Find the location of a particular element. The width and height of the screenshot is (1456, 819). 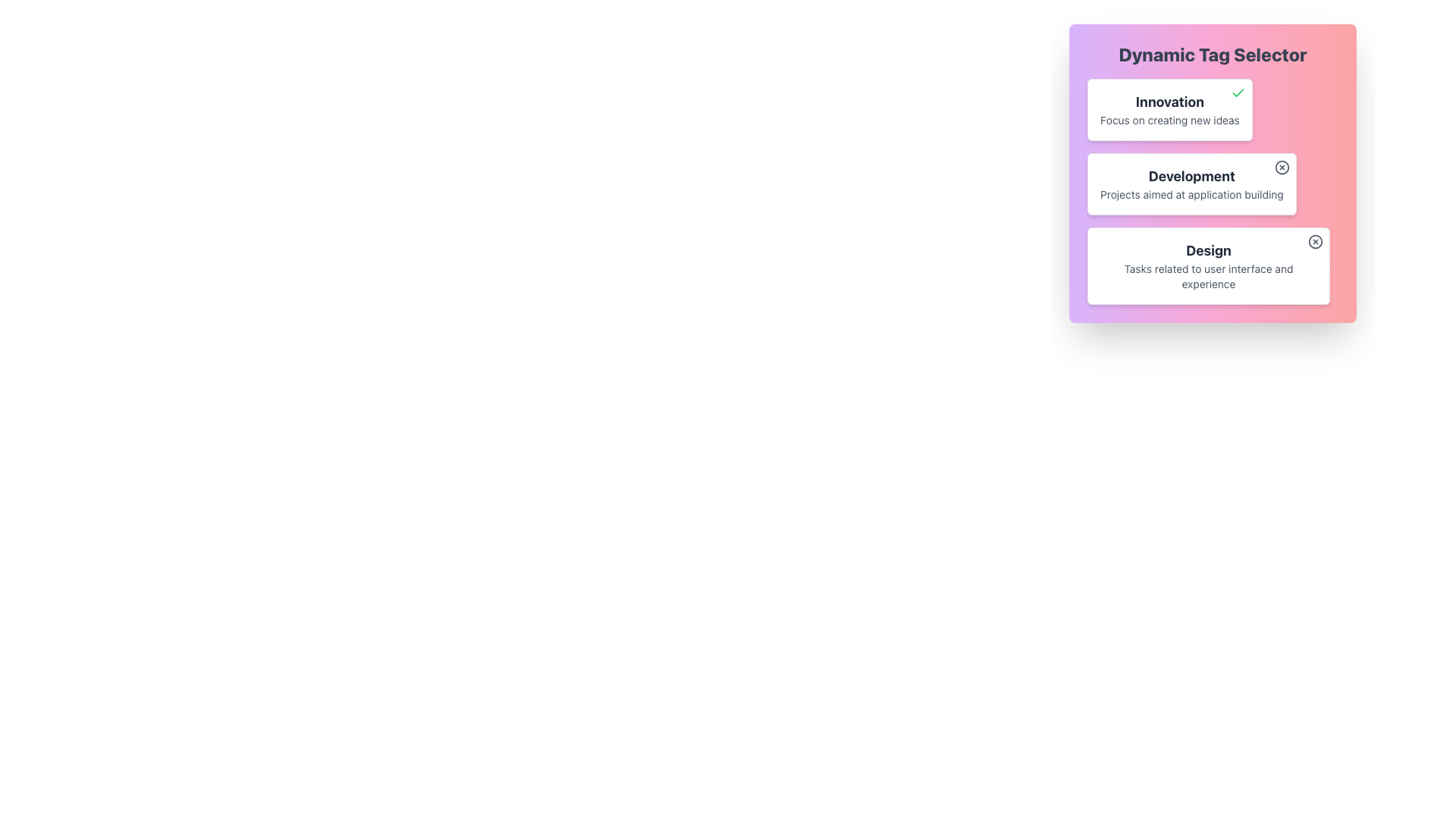

text label displaying 'Focus on creating new ideas', which is located below the title 'Innovation' in a card with a white background is located at coordinates (1169, 119).